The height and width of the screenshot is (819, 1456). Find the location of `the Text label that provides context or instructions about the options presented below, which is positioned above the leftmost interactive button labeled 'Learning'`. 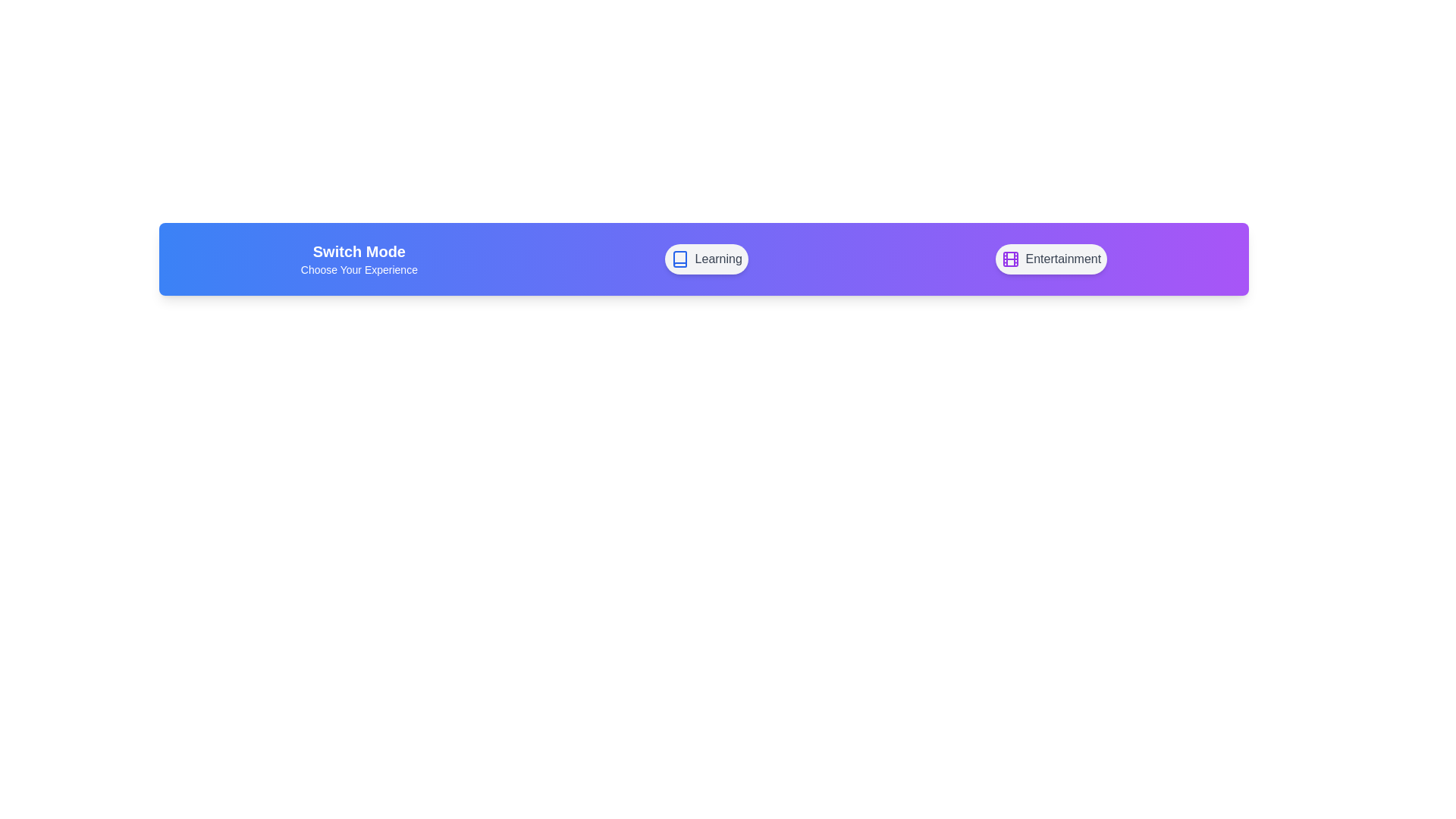

the Text label that provides context or instructions about the options presented below, which is positioned above the leftmost interactive button labeled 'Learning' is located at coordinates (358, 259).